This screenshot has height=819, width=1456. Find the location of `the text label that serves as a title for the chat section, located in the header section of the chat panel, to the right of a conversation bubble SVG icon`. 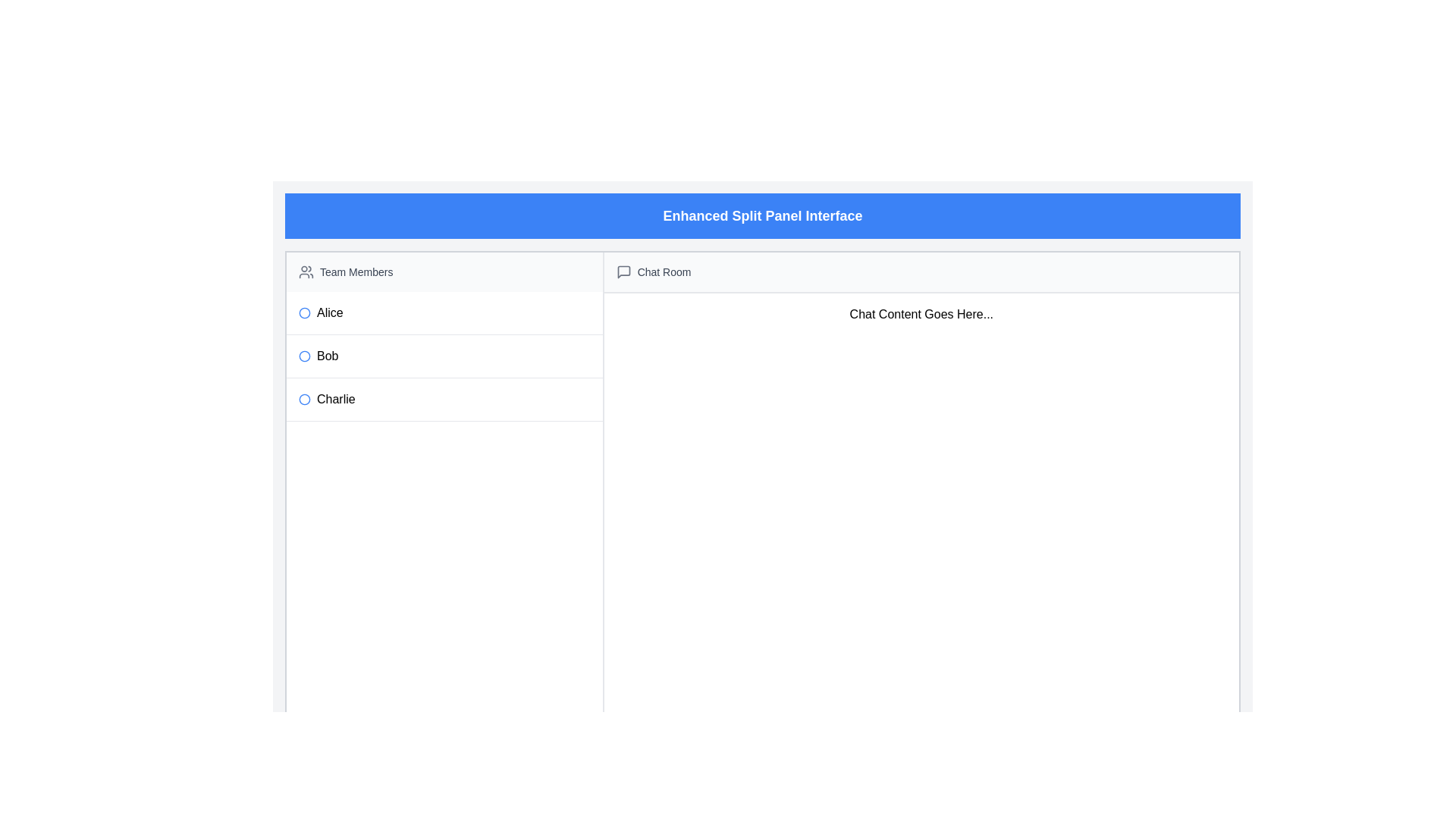

the text label that serves as a title for the chat section, located in the header section of the chat panel, to the right of a conversation bubble SVG icon is located at coordinates (664, 271).